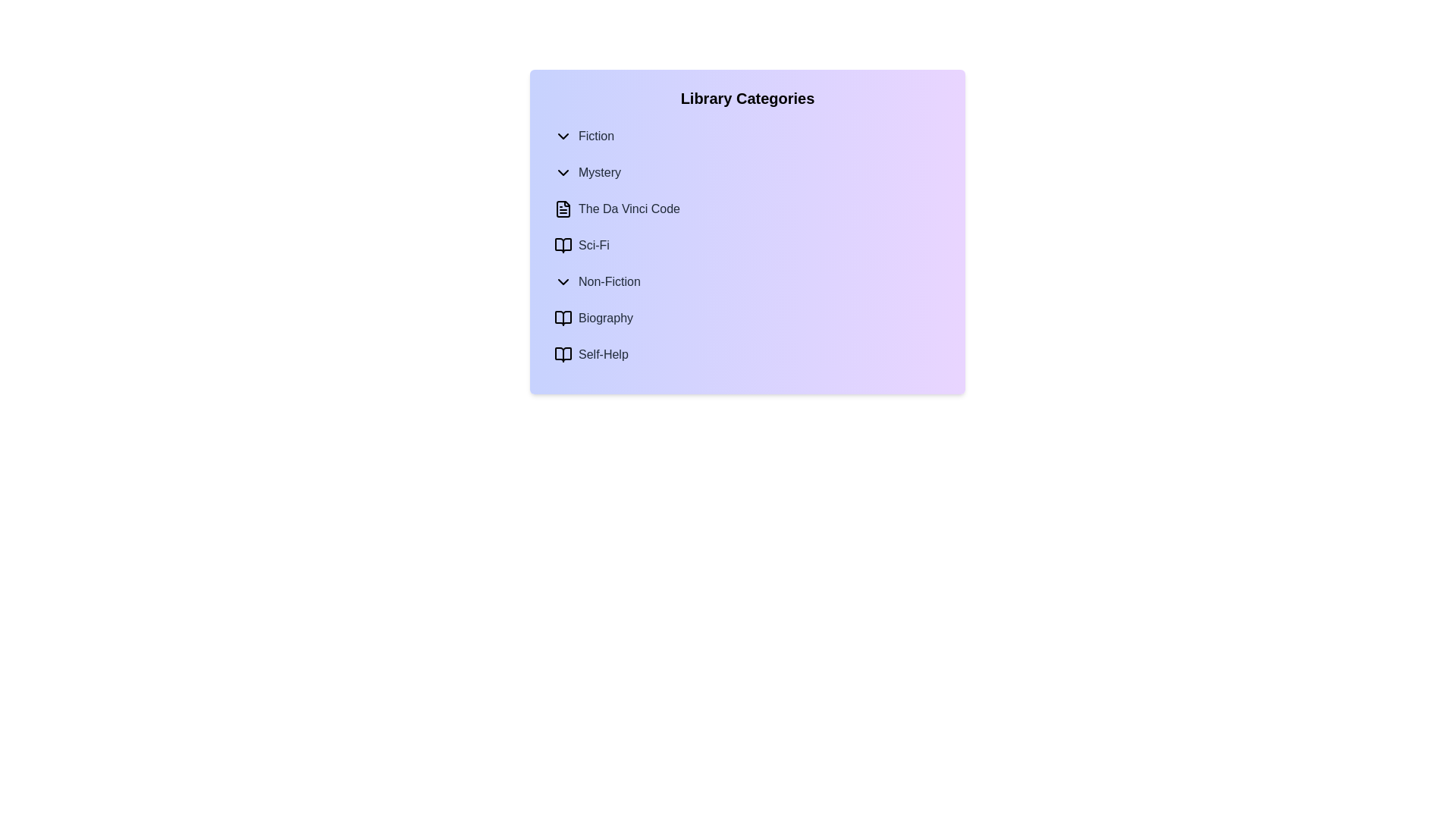 The width and height of the screenshot is (1456, 819). Describe the element at coordinates (593, 245) in the screenshot. I see `the 'Sci-Fi' text label, which is displayed in a medium-weight gray font and is located to the right of the 'book' icon in the 'Library Categories' under 'Mystery'` at that location.